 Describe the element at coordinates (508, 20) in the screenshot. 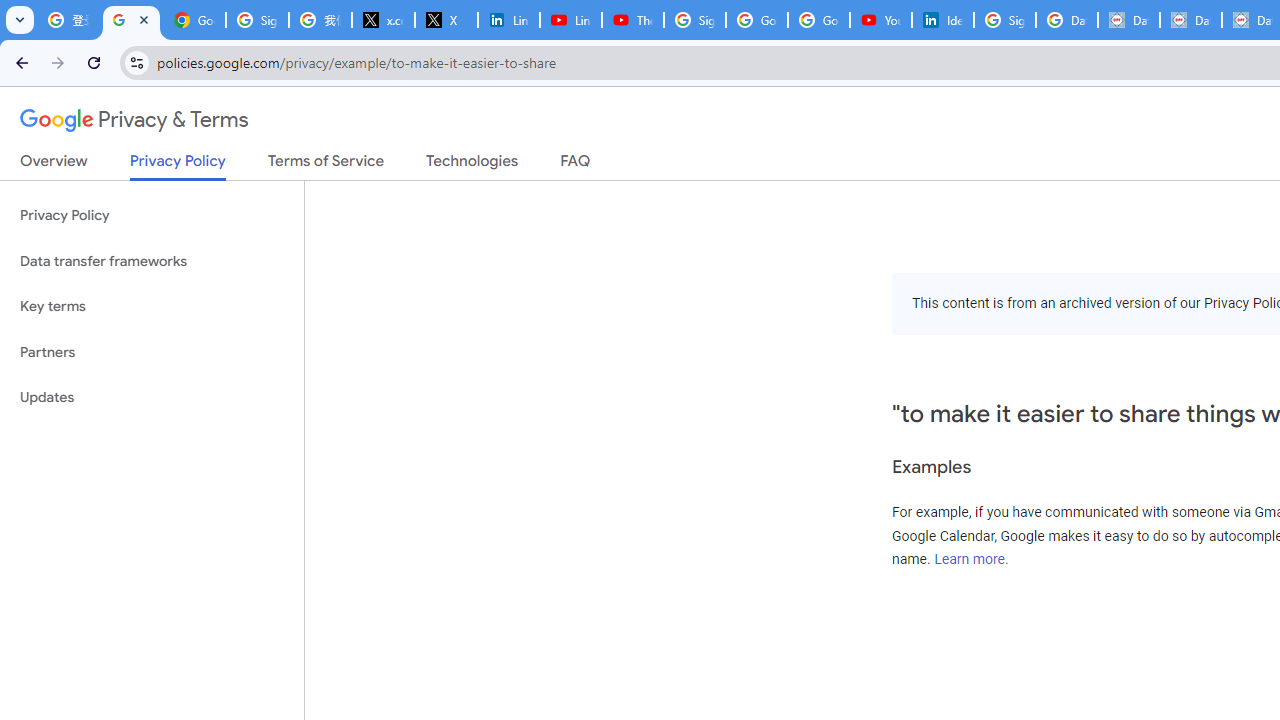

I see `'LinkedIn Privacy Policy'` at that location.